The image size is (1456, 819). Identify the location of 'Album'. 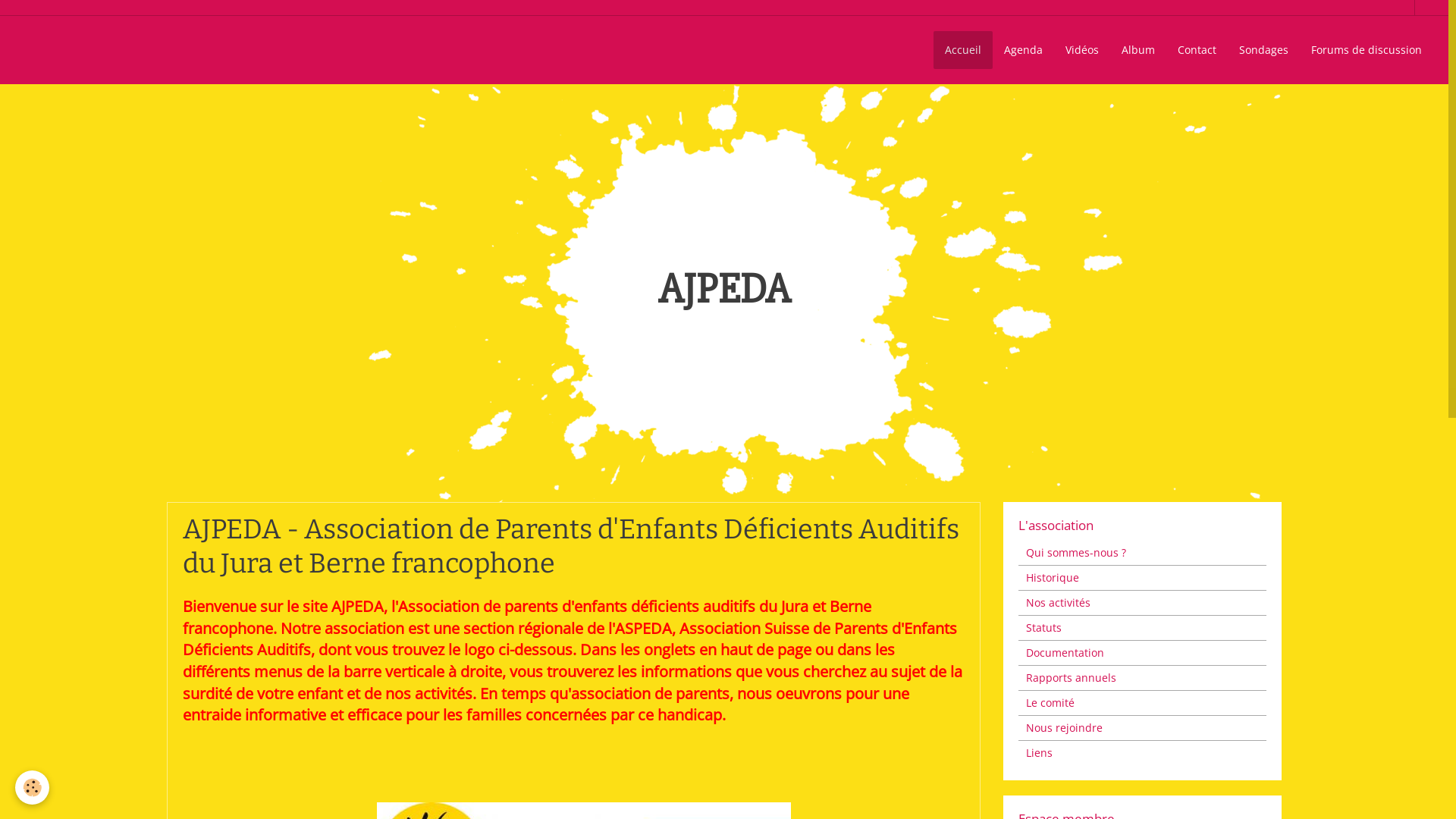
(1138, 49).